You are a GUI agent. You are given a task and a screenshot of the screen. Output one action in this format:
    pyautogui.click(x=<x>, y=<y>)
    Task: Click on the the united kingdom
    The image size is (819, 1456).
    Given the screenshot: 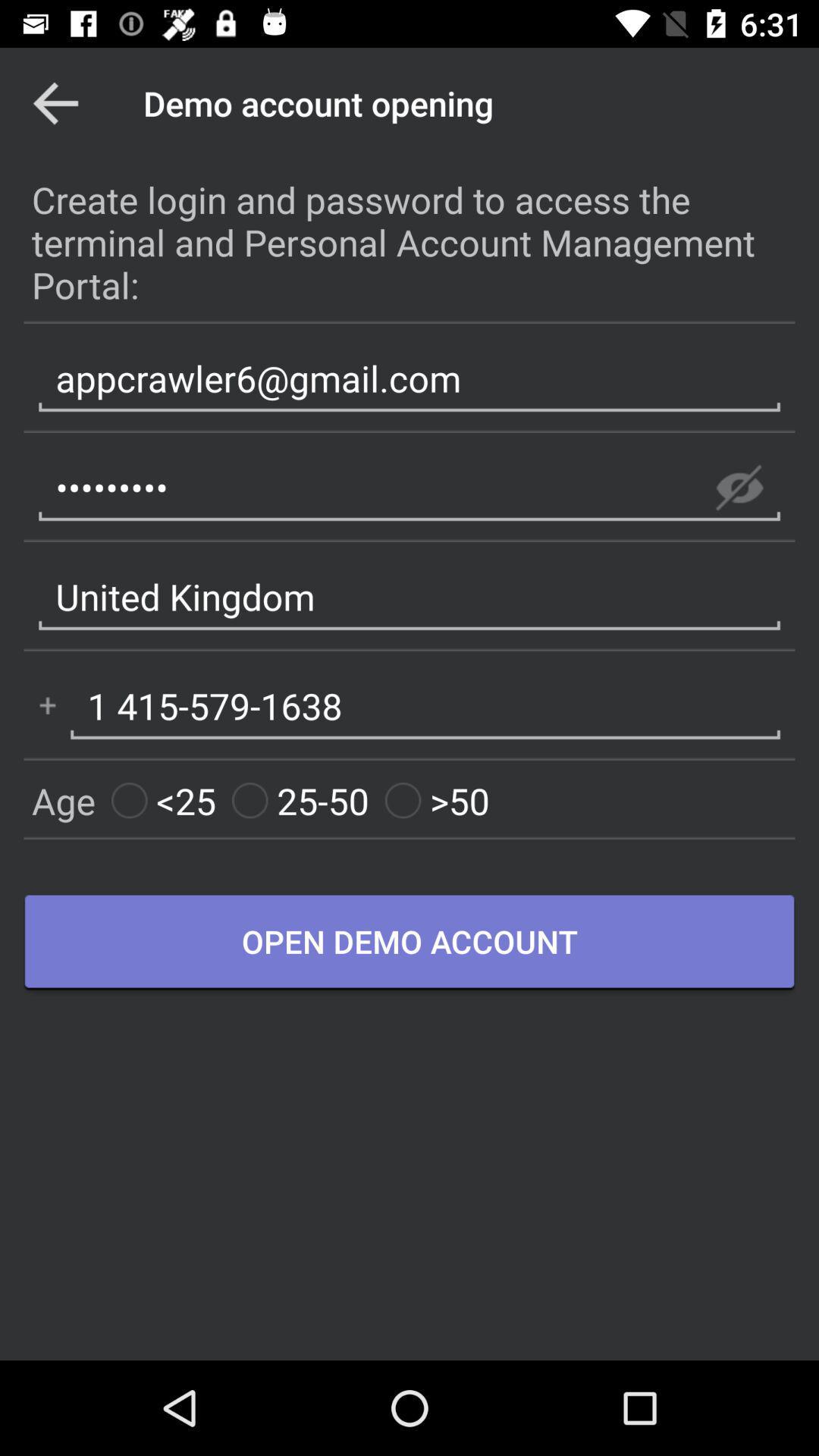 What is the action you would take?
    pyautogui.click(x=409, y=596)
    